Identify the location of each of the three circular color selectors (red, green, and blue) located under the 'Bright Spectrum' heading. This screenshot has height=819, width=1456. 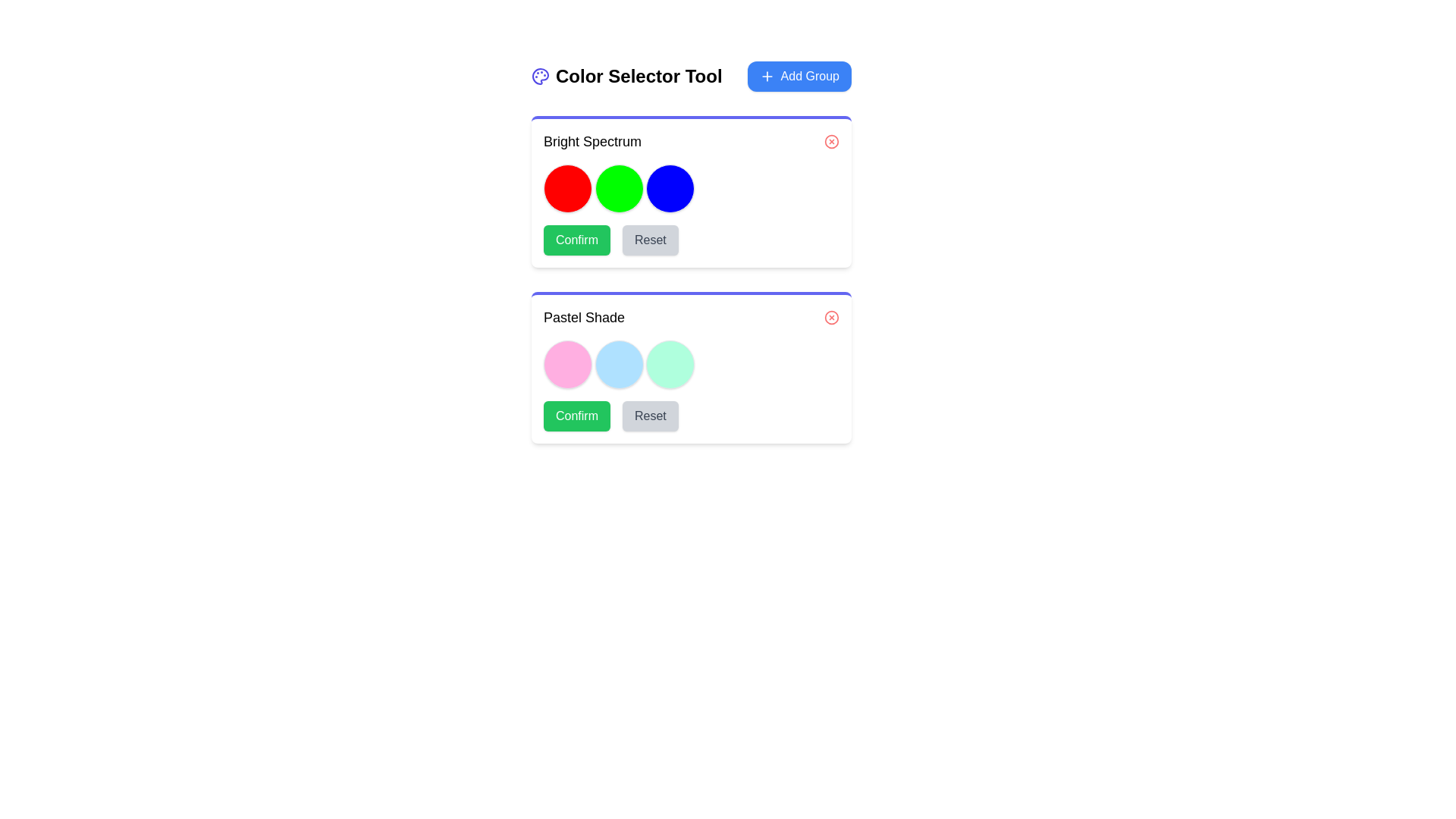
(691, 188).